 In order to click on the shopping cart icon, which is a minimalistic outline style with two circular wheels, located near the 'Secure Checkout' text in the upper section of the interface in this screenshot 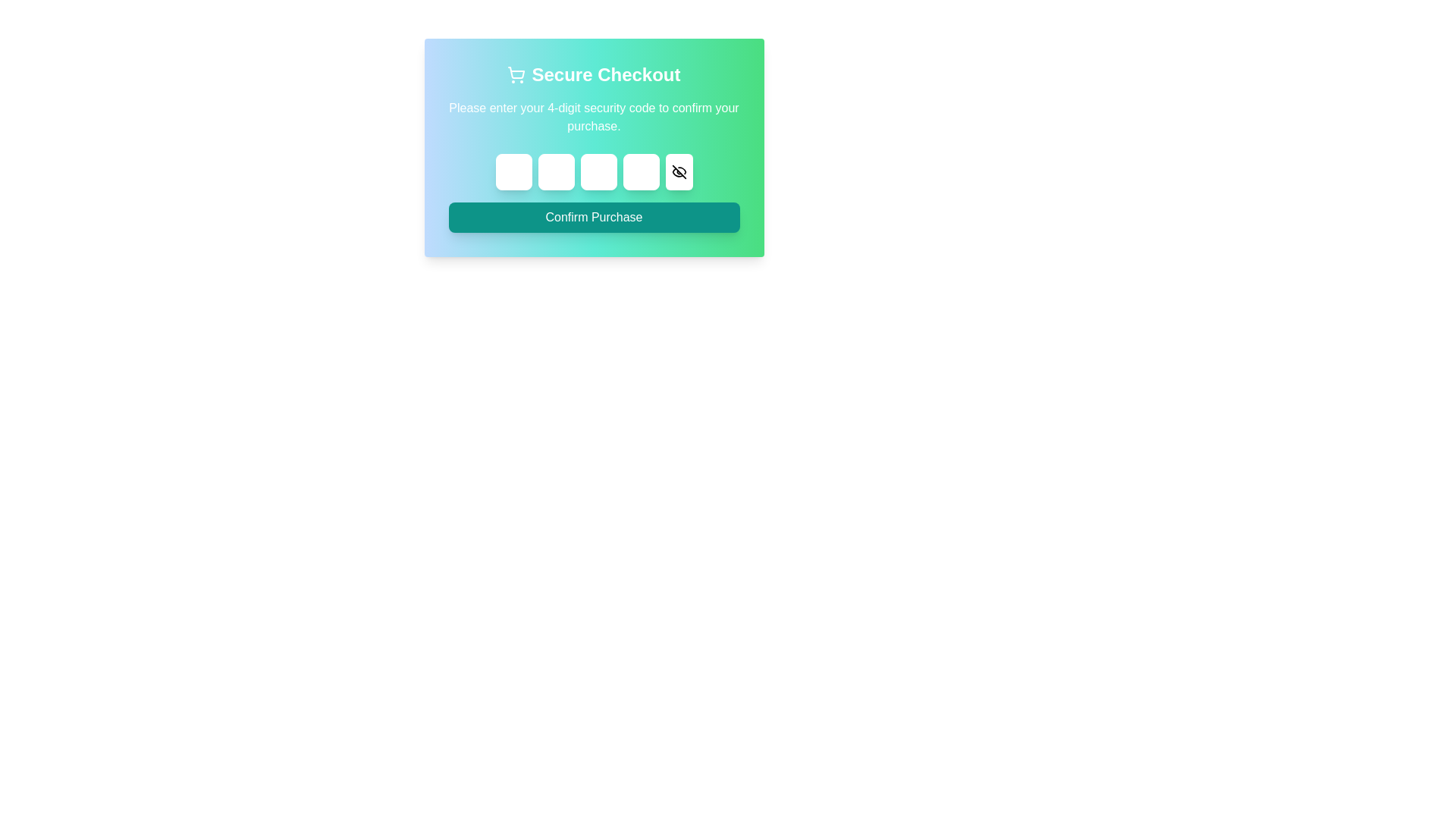, I will do `click(516, 75)`.